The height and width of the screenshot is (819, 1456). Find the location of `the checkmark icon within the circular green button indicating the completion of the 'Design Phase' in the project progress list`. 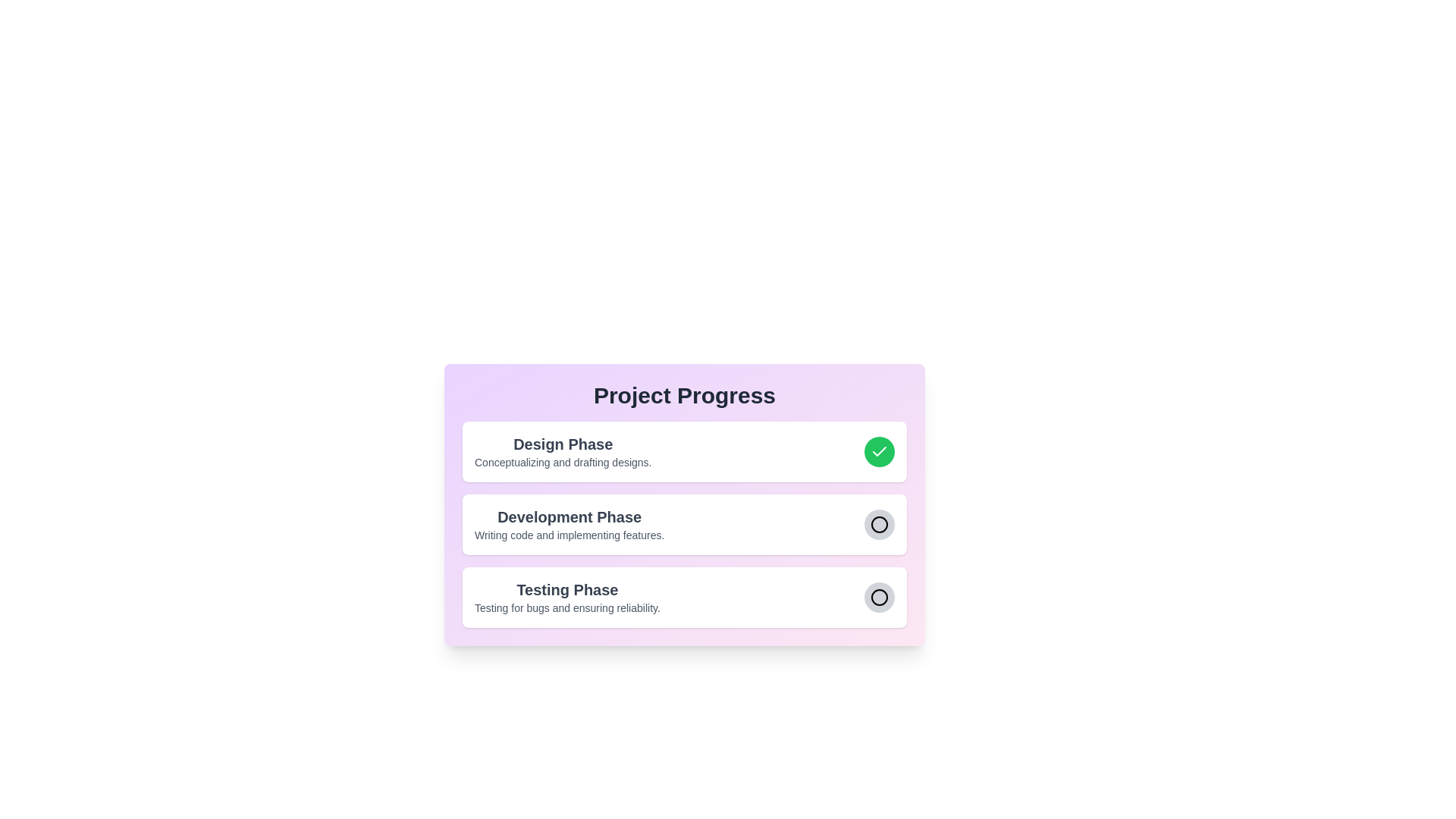

the checkmark icon within the circular green button indicating the completion of the 'Design Phase' in the project progress list is located at coordinates (880, 450).